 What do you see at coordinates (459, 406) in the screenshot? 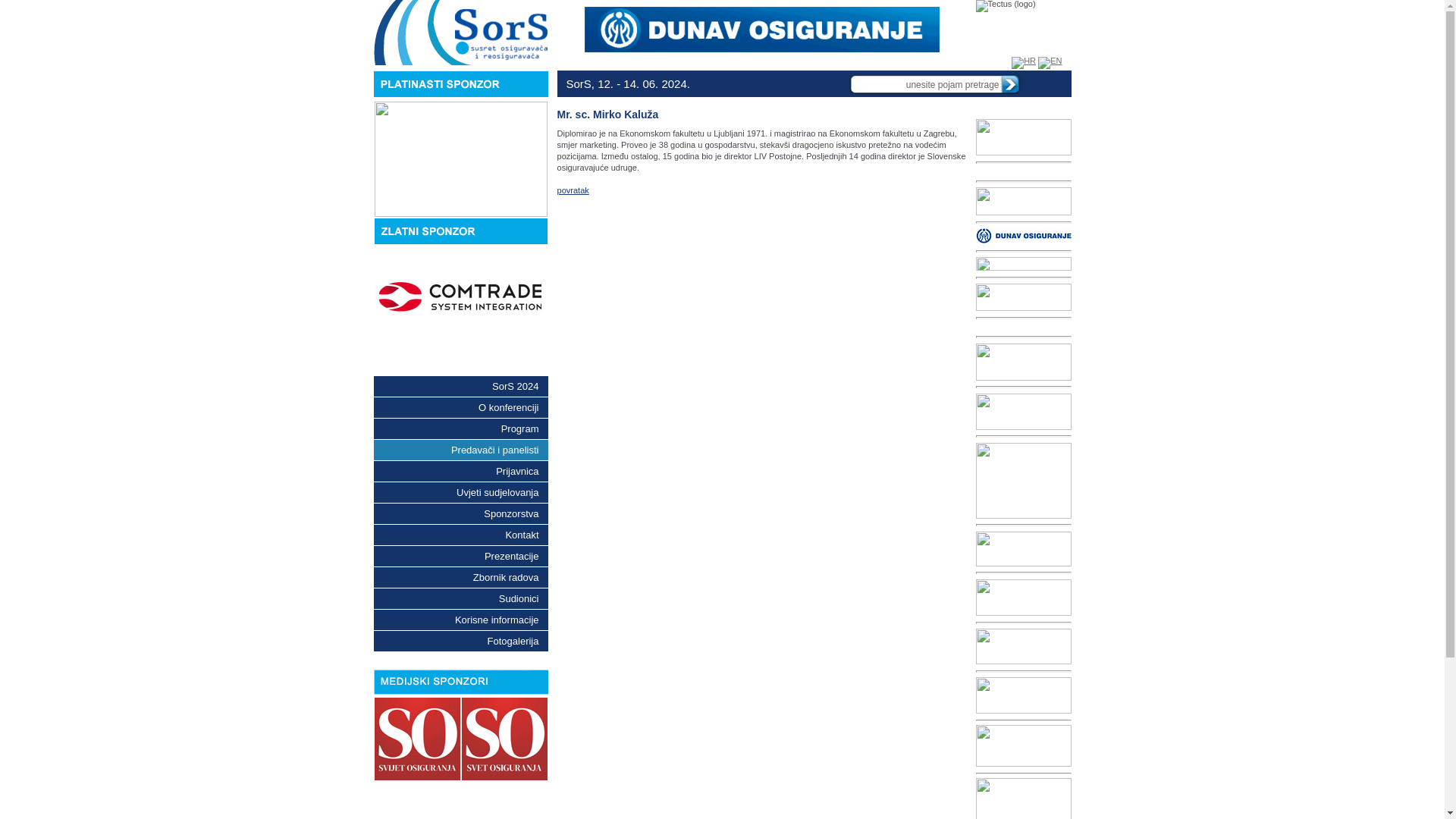
I see `'O konferenciji'` at bounding box center [459, 406].